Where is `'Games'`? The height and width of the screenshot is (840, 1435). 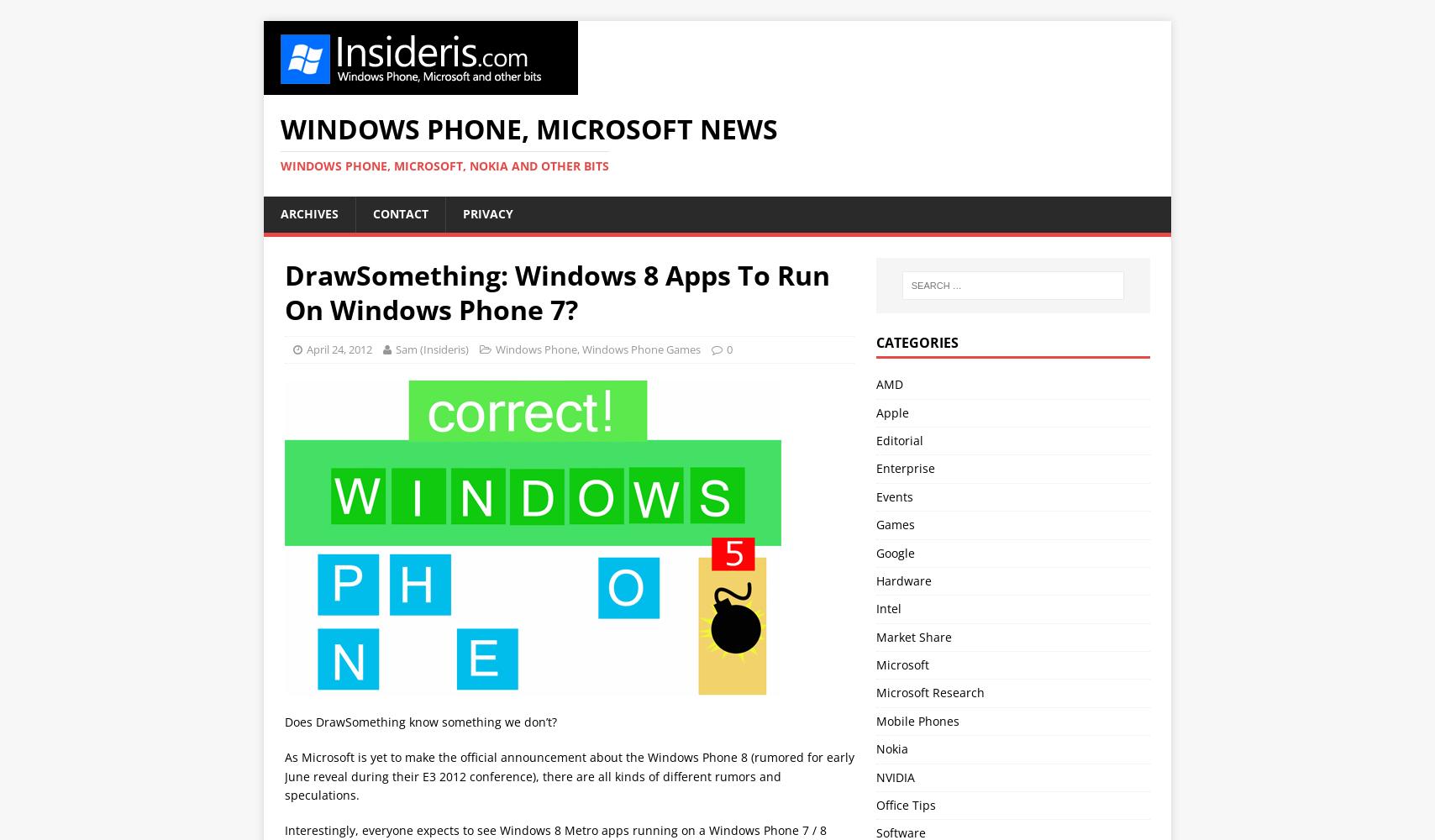
'Games' is located at coordinates (894, 523).